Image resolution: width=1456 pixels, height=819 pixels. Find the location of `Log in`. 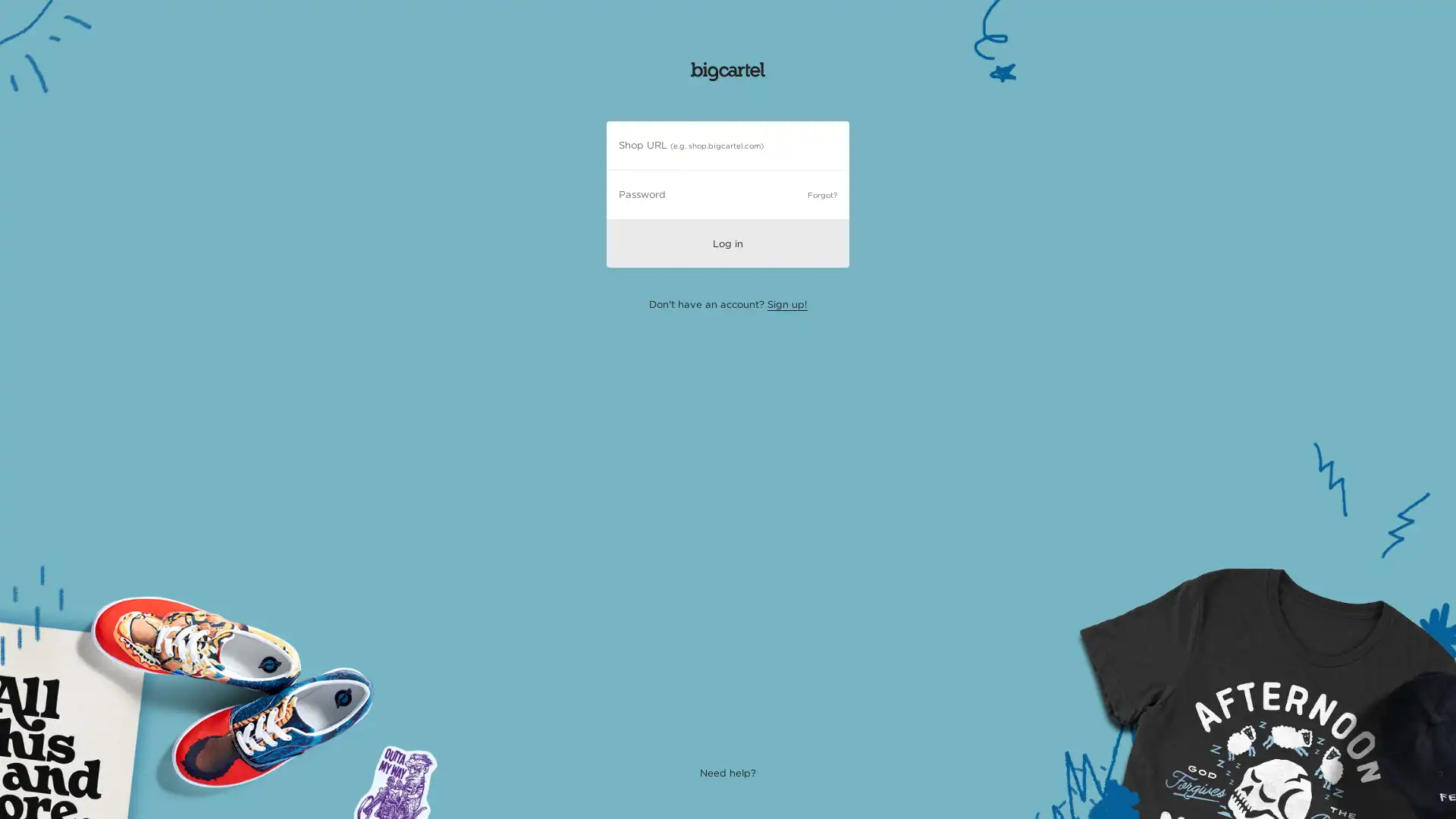

Log in is located at coordinates (728, 242).